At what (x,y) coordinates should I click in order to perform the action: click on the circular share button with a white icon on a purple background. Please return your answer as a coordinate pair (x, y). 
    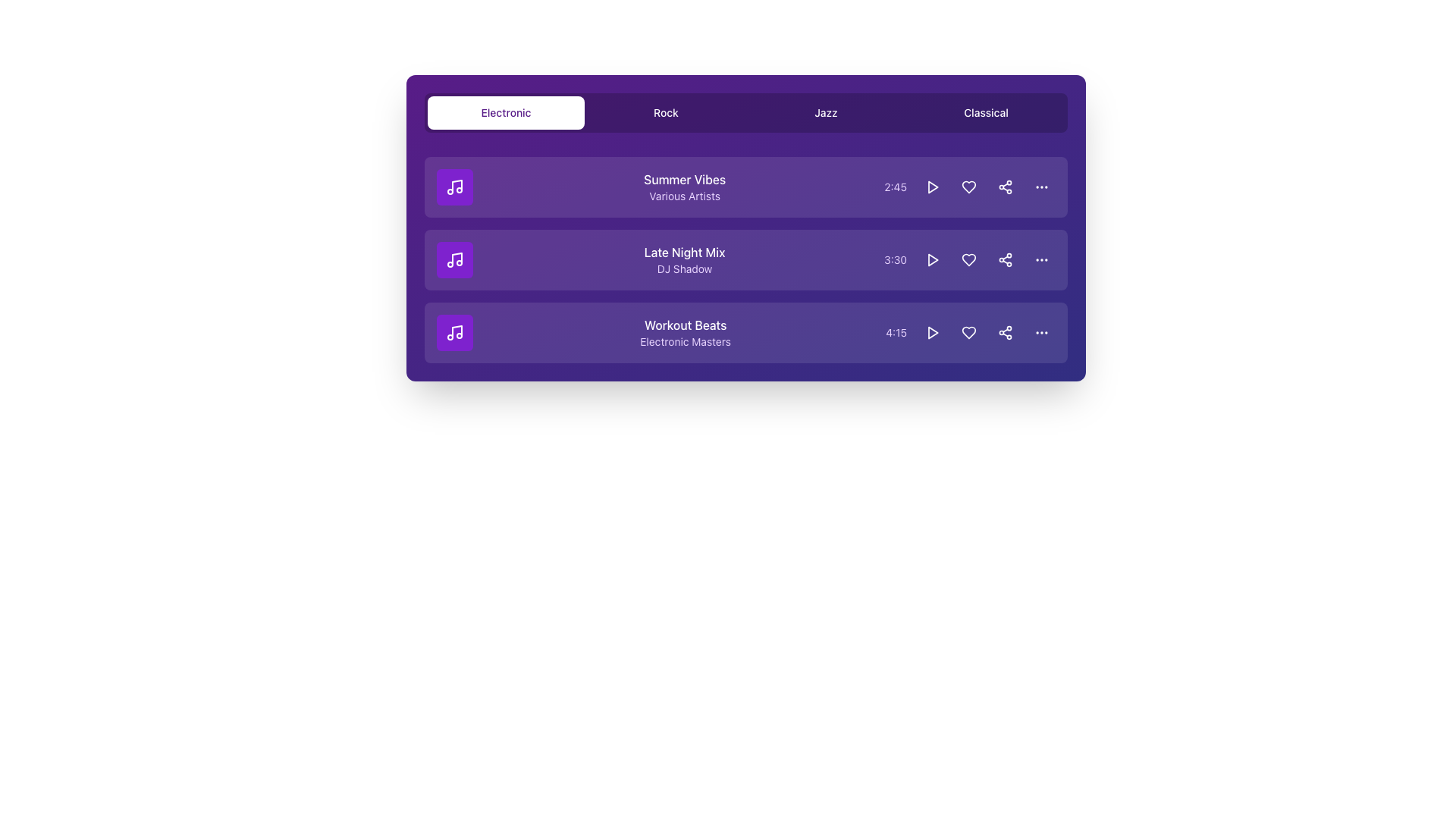
    Looking at the image, I should click on (1005, 332).